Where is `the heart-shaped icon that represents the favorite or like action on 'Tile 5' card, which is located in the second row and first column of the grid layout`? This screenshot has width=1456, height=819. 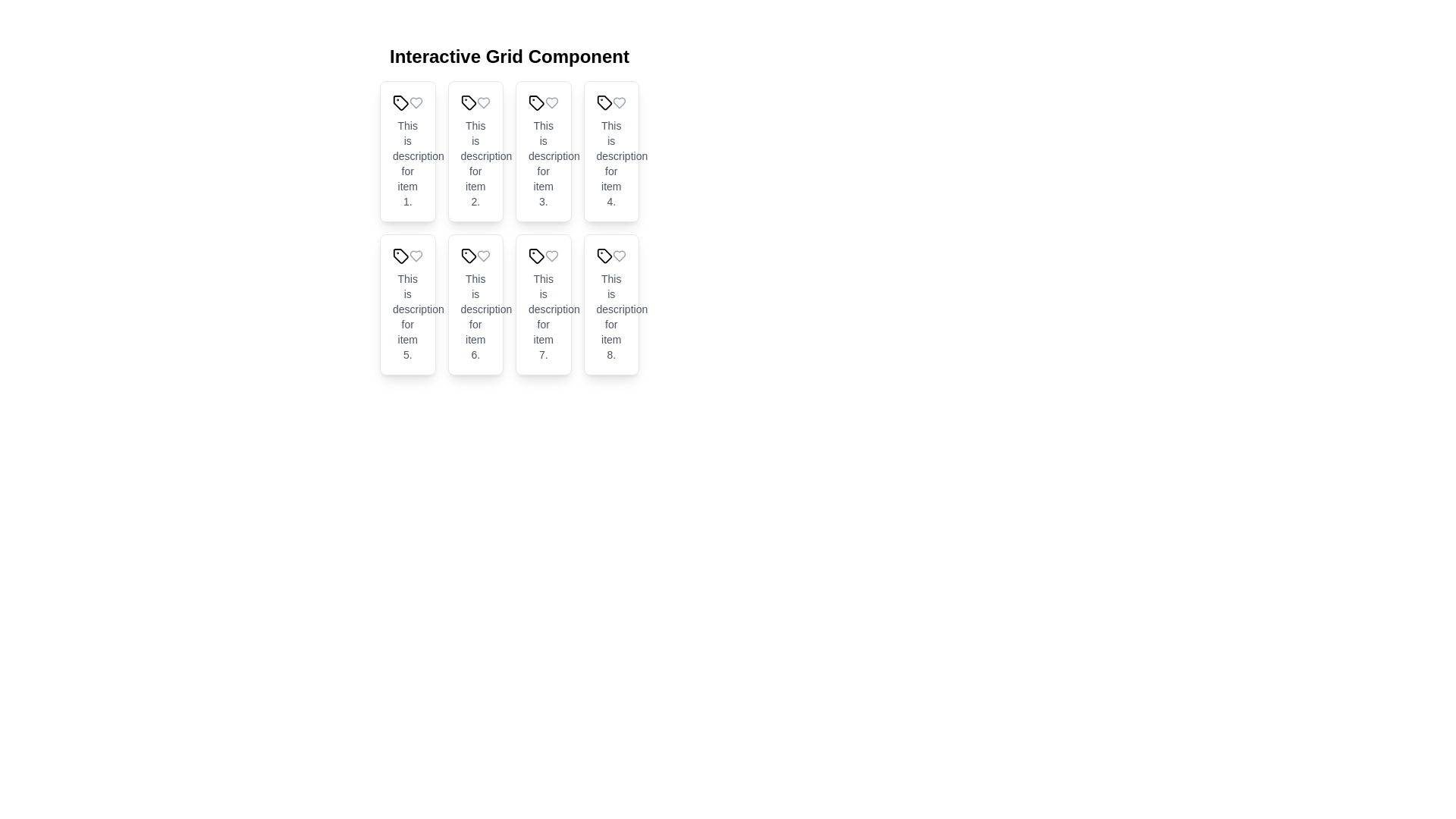 the heart-shaped icon that represents the favorite or like action on 'Tile 5' card, which is located in the second row and first column of the grid layout is located at coordinates (416, 256).